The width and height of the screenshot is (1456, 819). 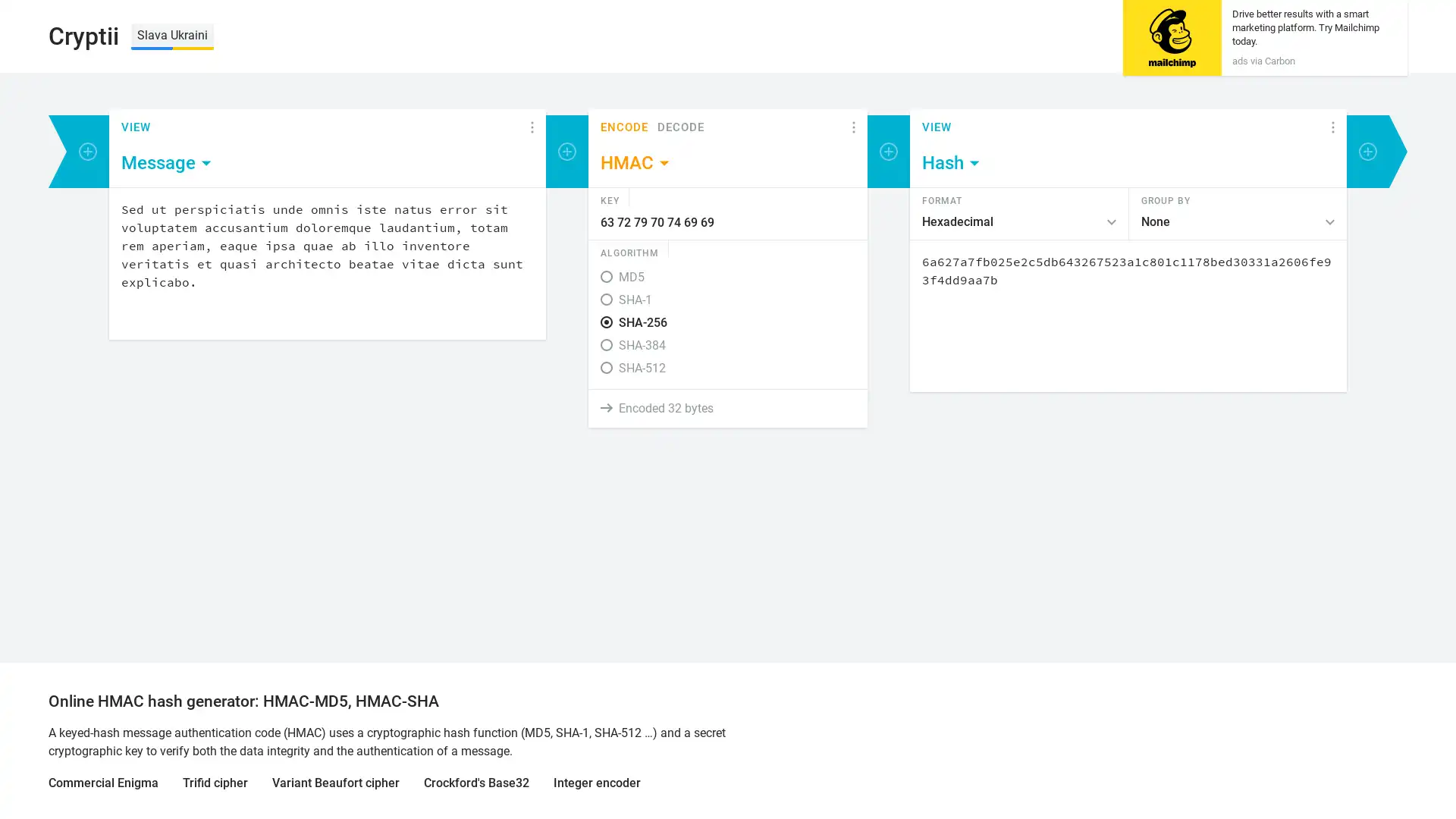 What do you see at coordinates (951, 163) in the screenshot?
I see `Hash` at bounding box center [951, 163].